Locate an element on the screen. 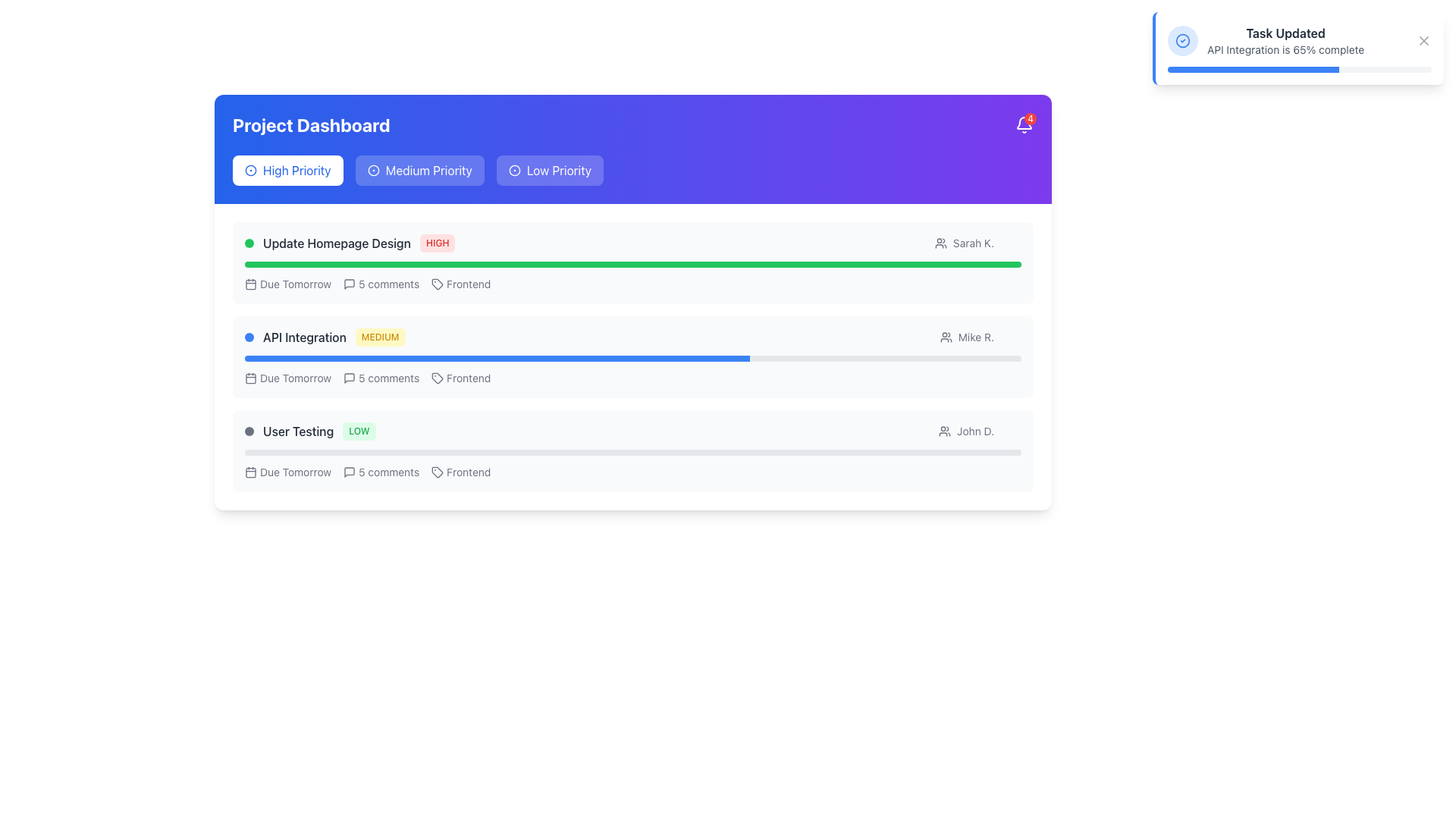 Image resolution: width=1456 pixels, height=819 pixels. text content of the label located in the third row under 'User Testing', immediately to the right of a tag-shaped icon is located at coordinates (468, 472).